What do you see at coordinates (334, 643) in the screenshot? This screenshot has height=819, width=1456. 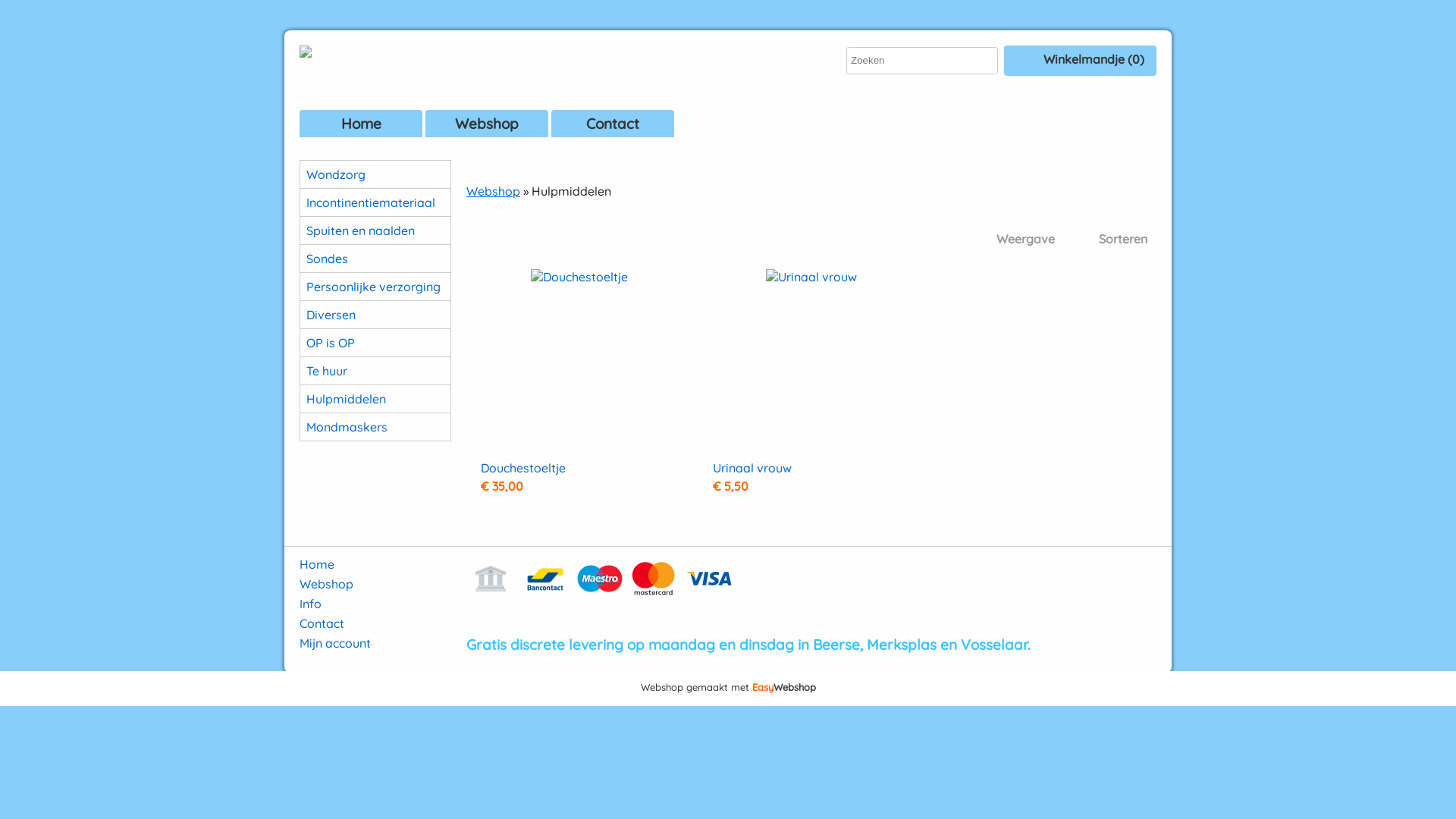 I see `'Mijn account'` at bounding box center [334, 643].